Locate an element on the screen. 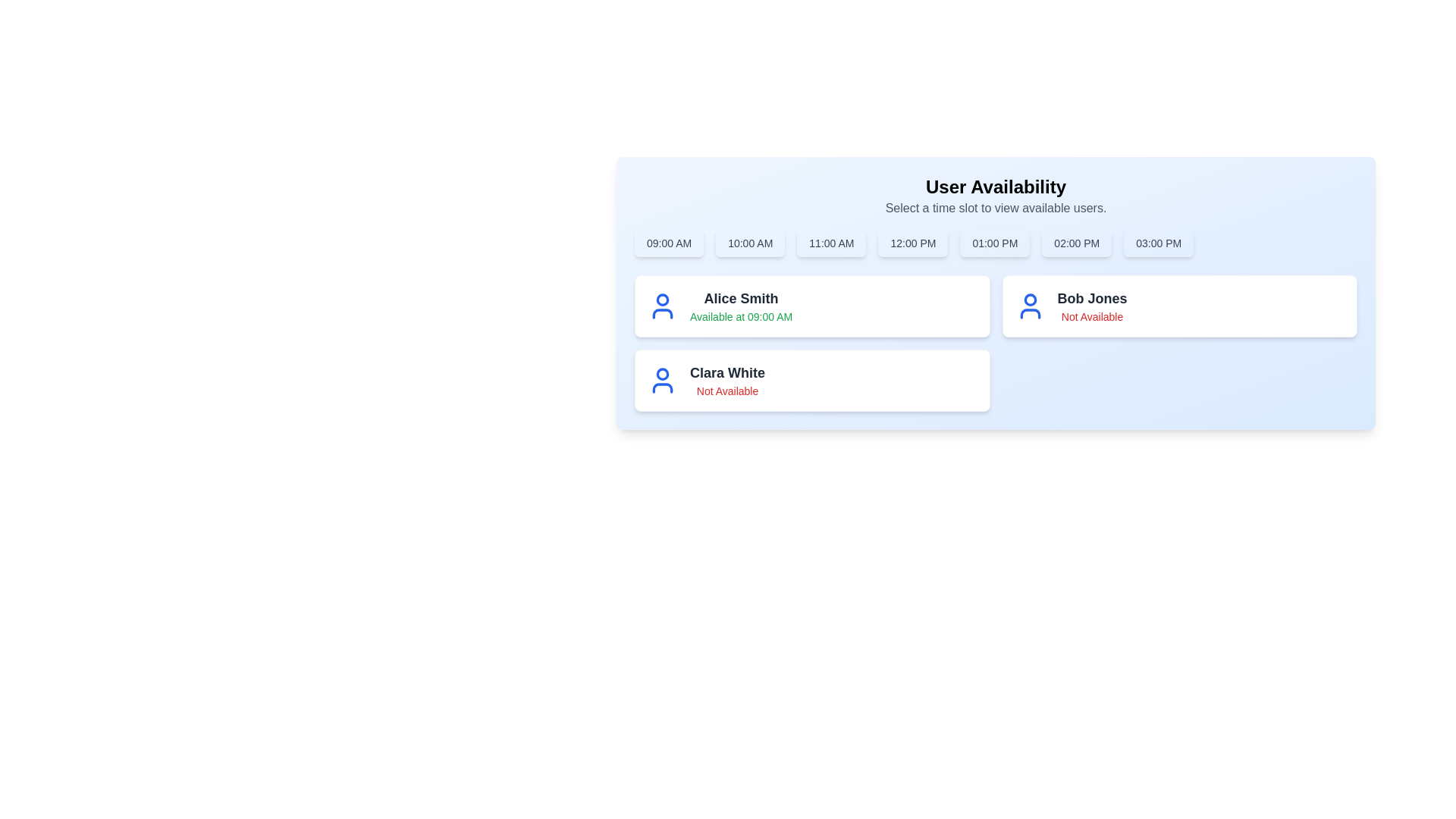 The width and height of the screenshot is (1456, 819). the button labeled '10:00 AM' is located at coordinates (750, 242).